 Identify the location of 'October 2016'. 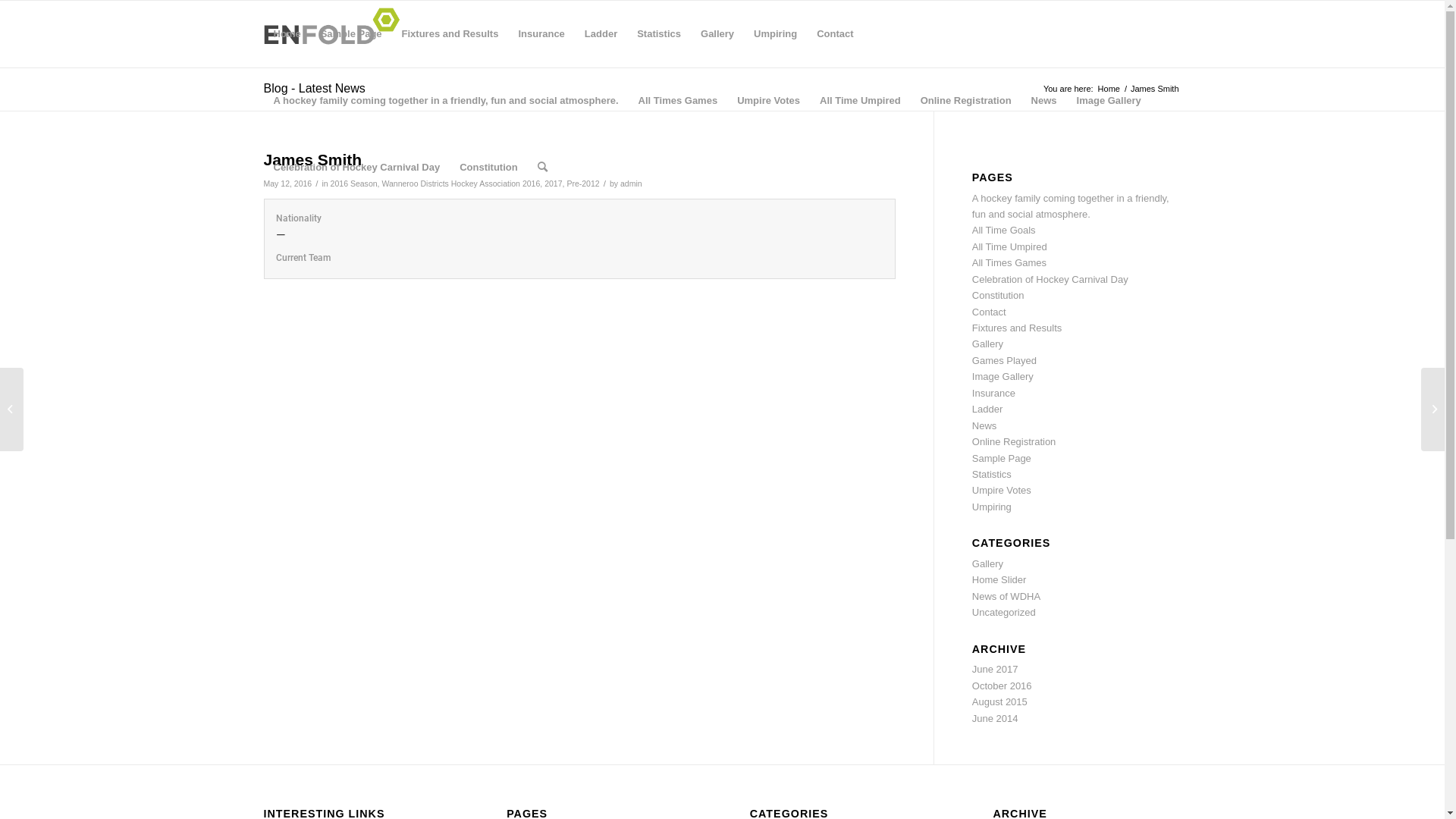
(1002, 686).